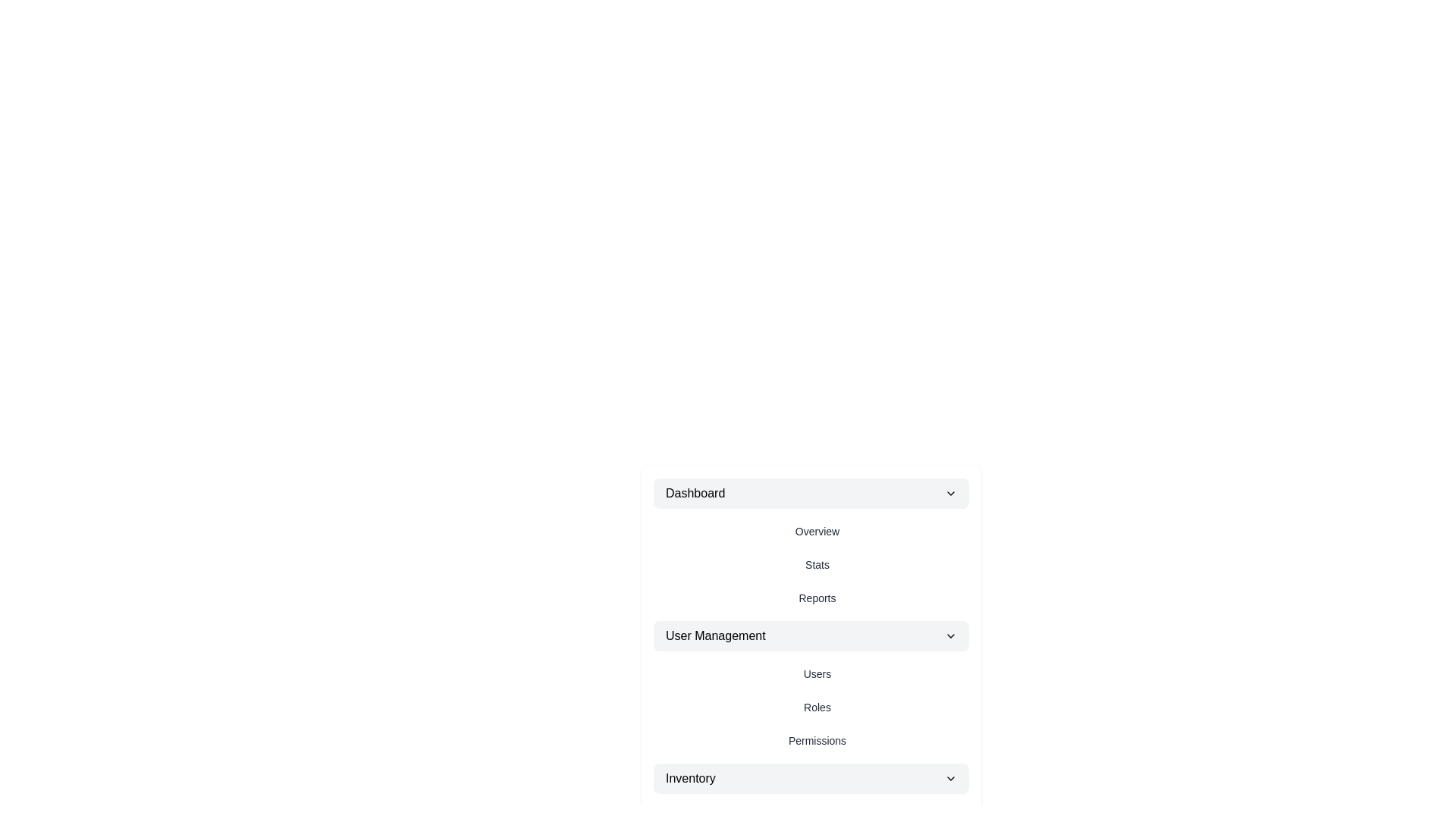 Image resolution: width=1456 pixels, height=819 pixels. I want to click on the menu item Permissions from the StyledMenu, so click(817, 739).